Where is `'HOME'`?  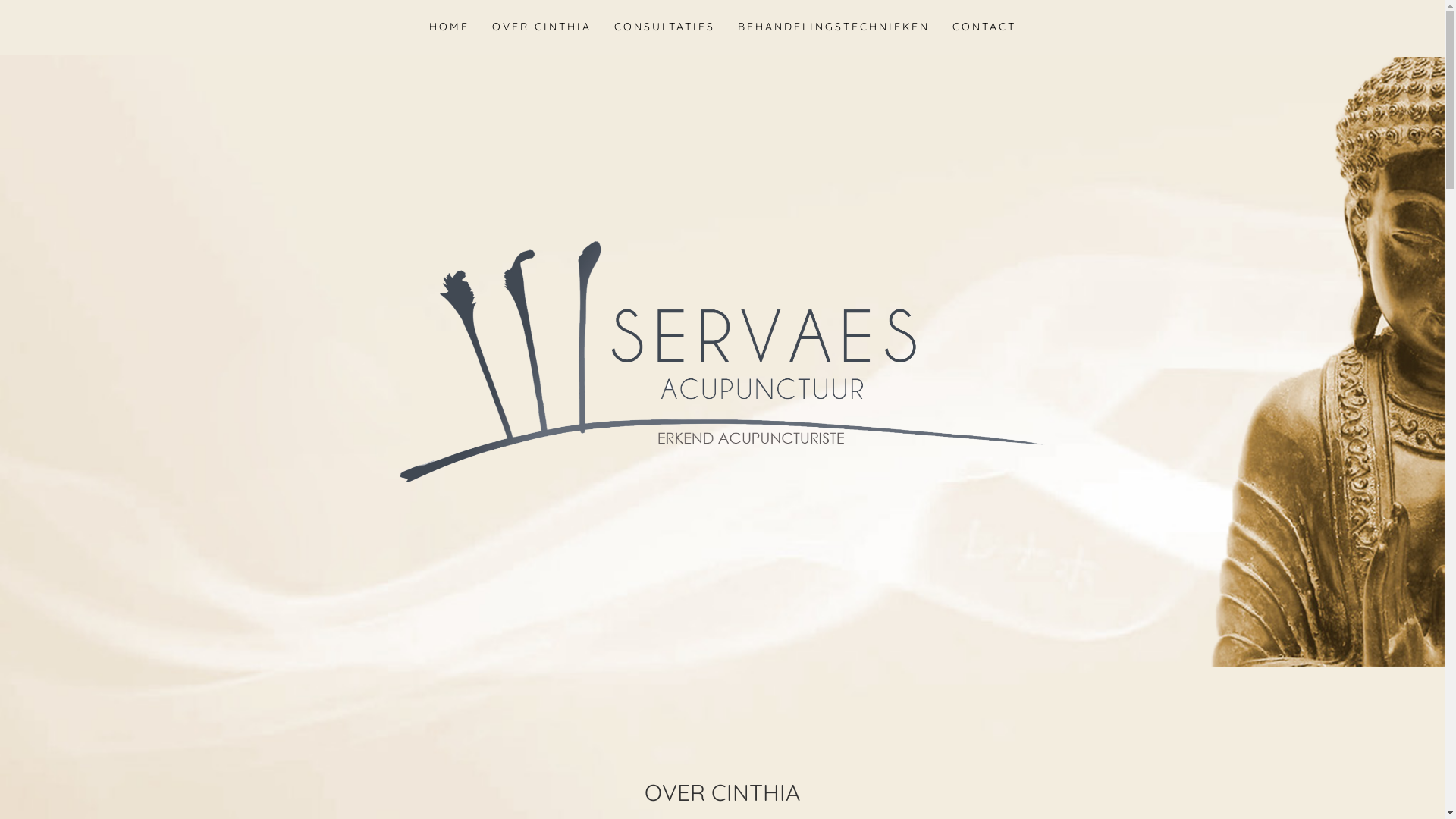 'HOME' is located at coordinates (447, 27).